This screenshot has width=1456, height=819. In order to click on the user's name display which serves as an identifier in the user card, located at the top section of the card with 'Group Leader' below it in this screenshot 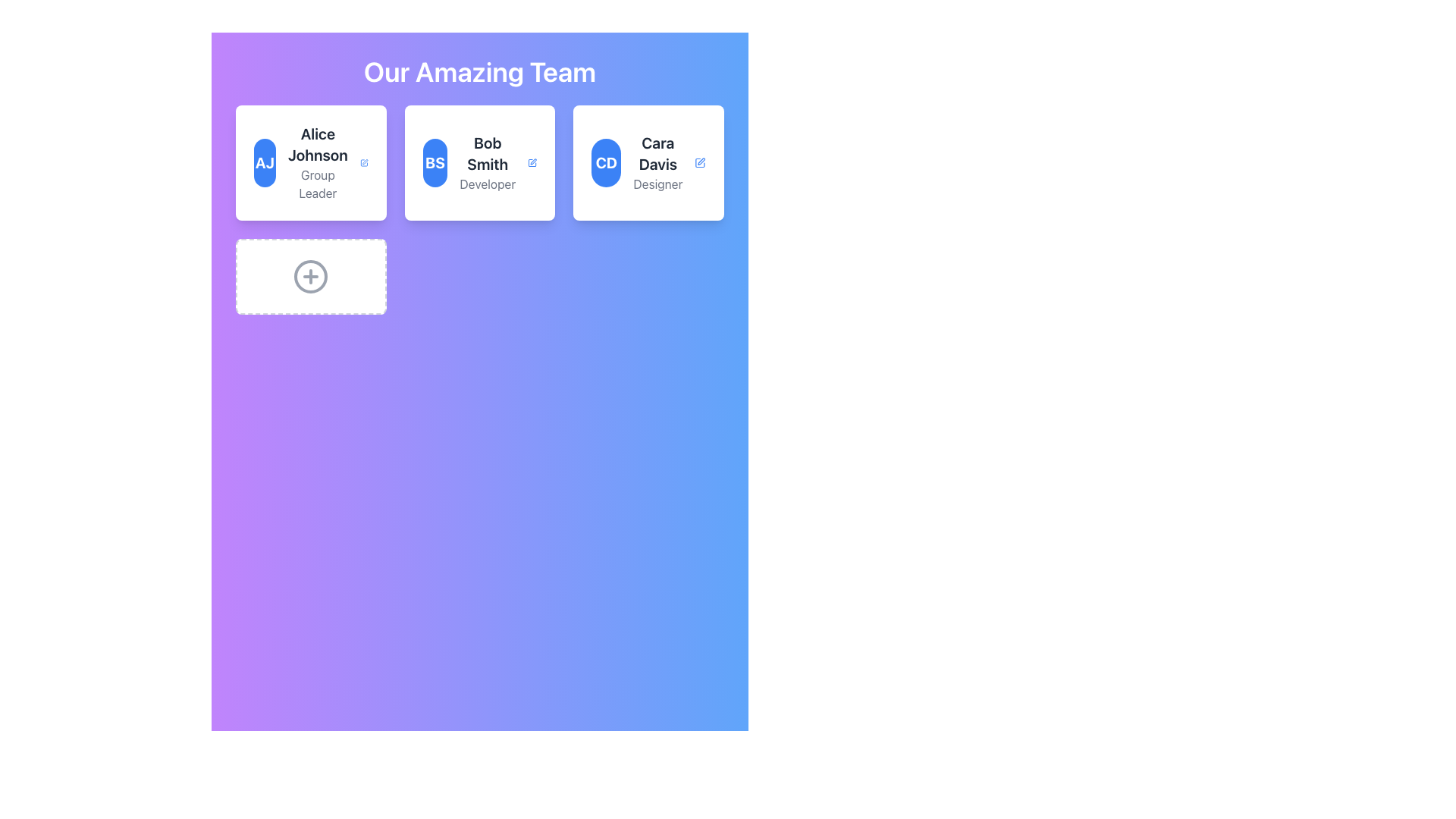, I will do `click(317, 145)`.